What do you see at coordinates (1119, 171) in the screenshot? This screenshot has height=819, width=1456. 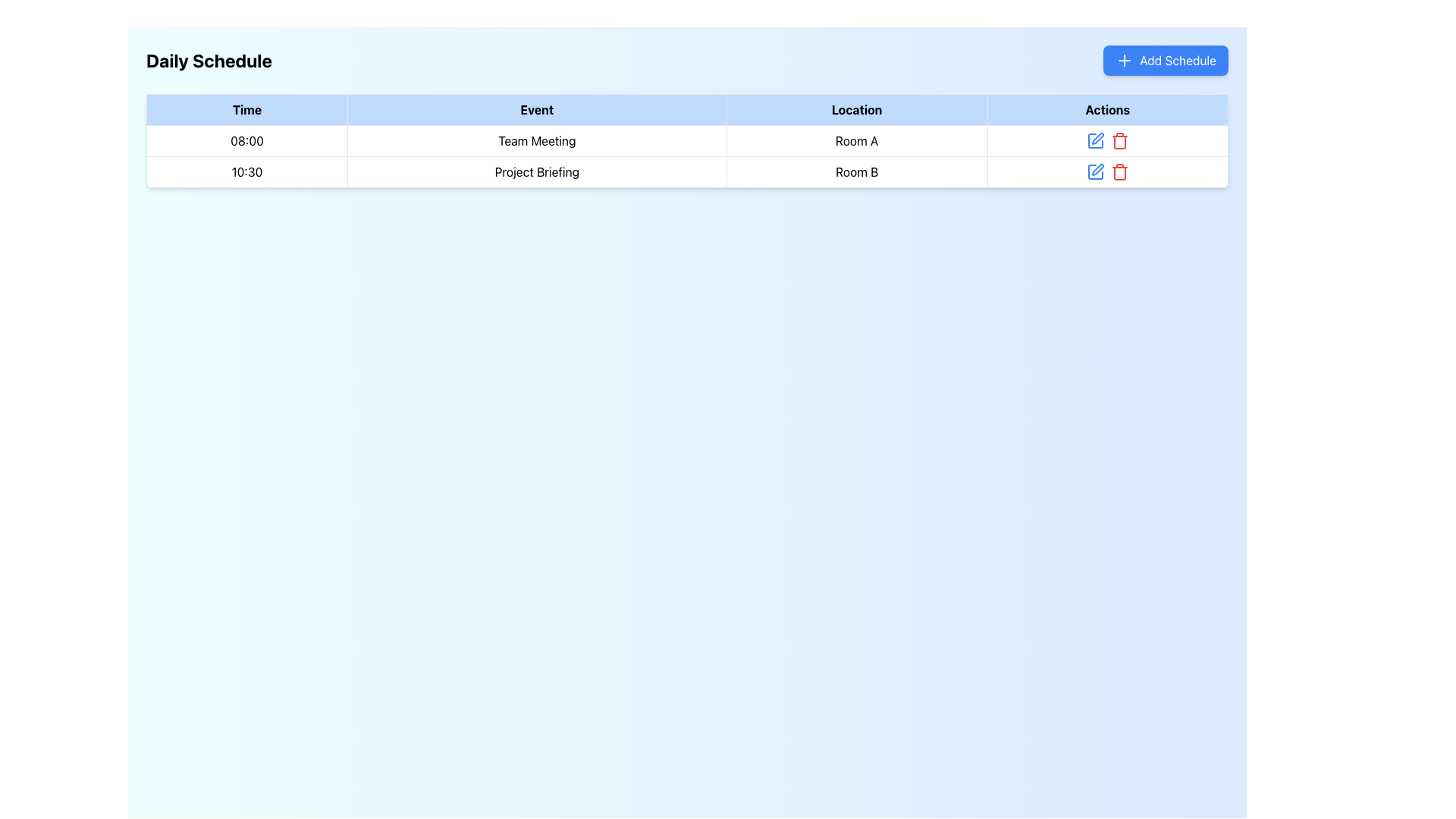 I see `the trash icon in the 'Actions' column of the second table row corresponding to the 'Project Briefing' event with 'Room B' as the location` at bounding box center [1119, 171].